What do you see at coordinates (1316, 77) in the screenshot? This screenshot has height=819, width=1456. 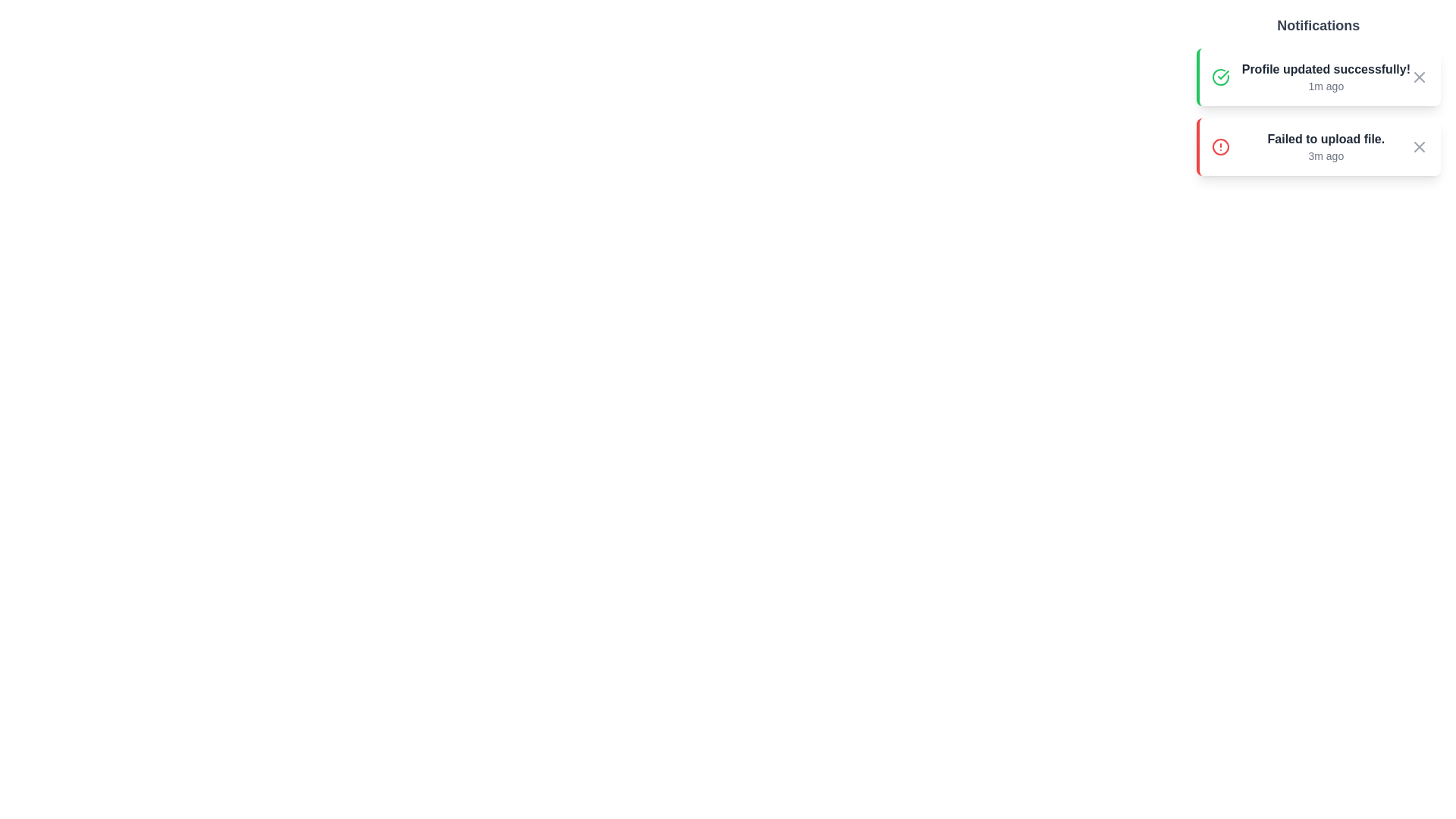 I see `the notification to expand and read its details` at bounding box center [1316, 77].